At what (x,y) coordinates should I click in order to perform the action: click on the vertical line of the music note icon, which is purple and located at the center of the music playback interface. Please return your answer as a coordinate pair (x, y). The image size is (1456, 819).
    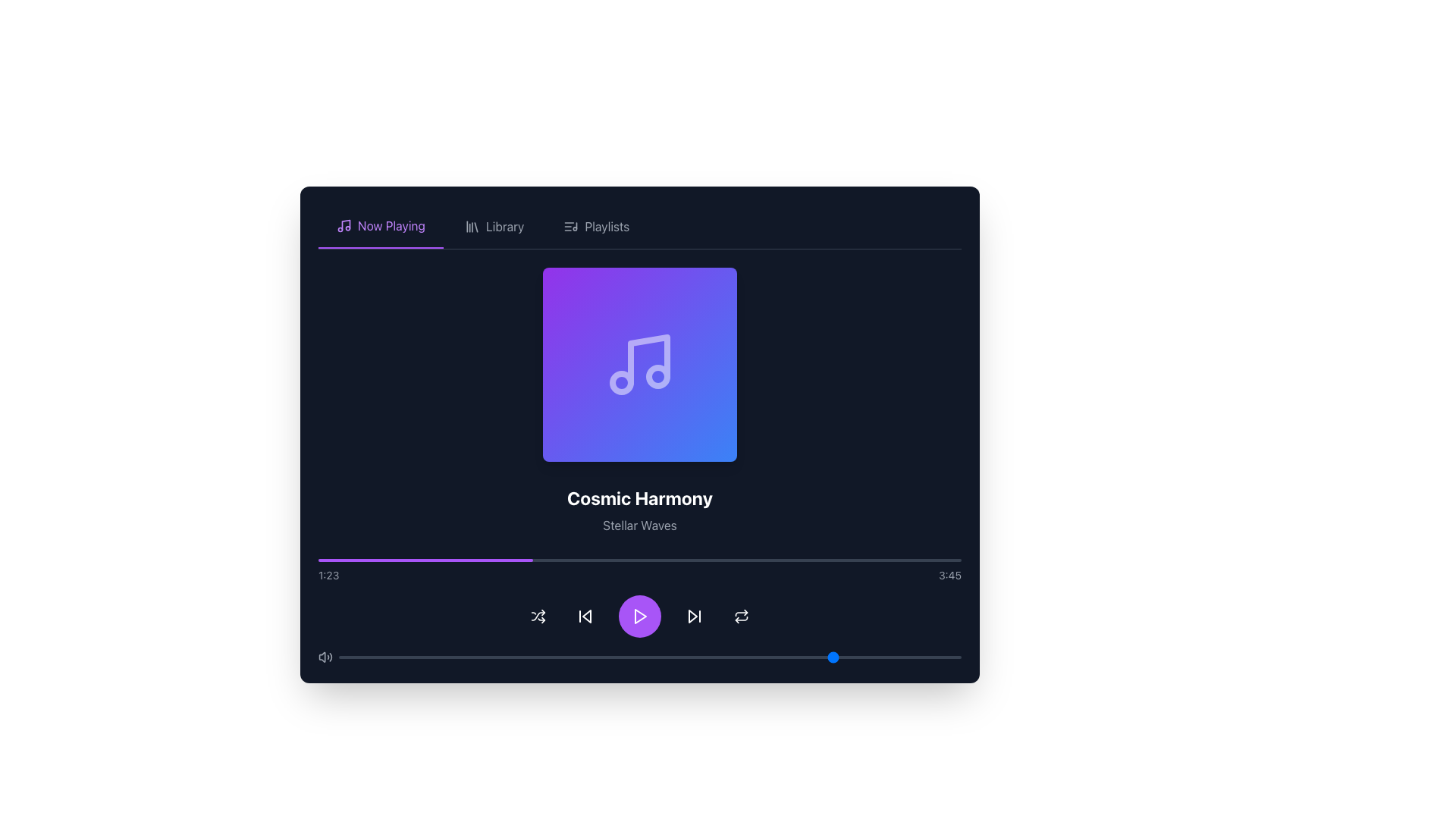
    Looking at the image, I should click on (648, 359).